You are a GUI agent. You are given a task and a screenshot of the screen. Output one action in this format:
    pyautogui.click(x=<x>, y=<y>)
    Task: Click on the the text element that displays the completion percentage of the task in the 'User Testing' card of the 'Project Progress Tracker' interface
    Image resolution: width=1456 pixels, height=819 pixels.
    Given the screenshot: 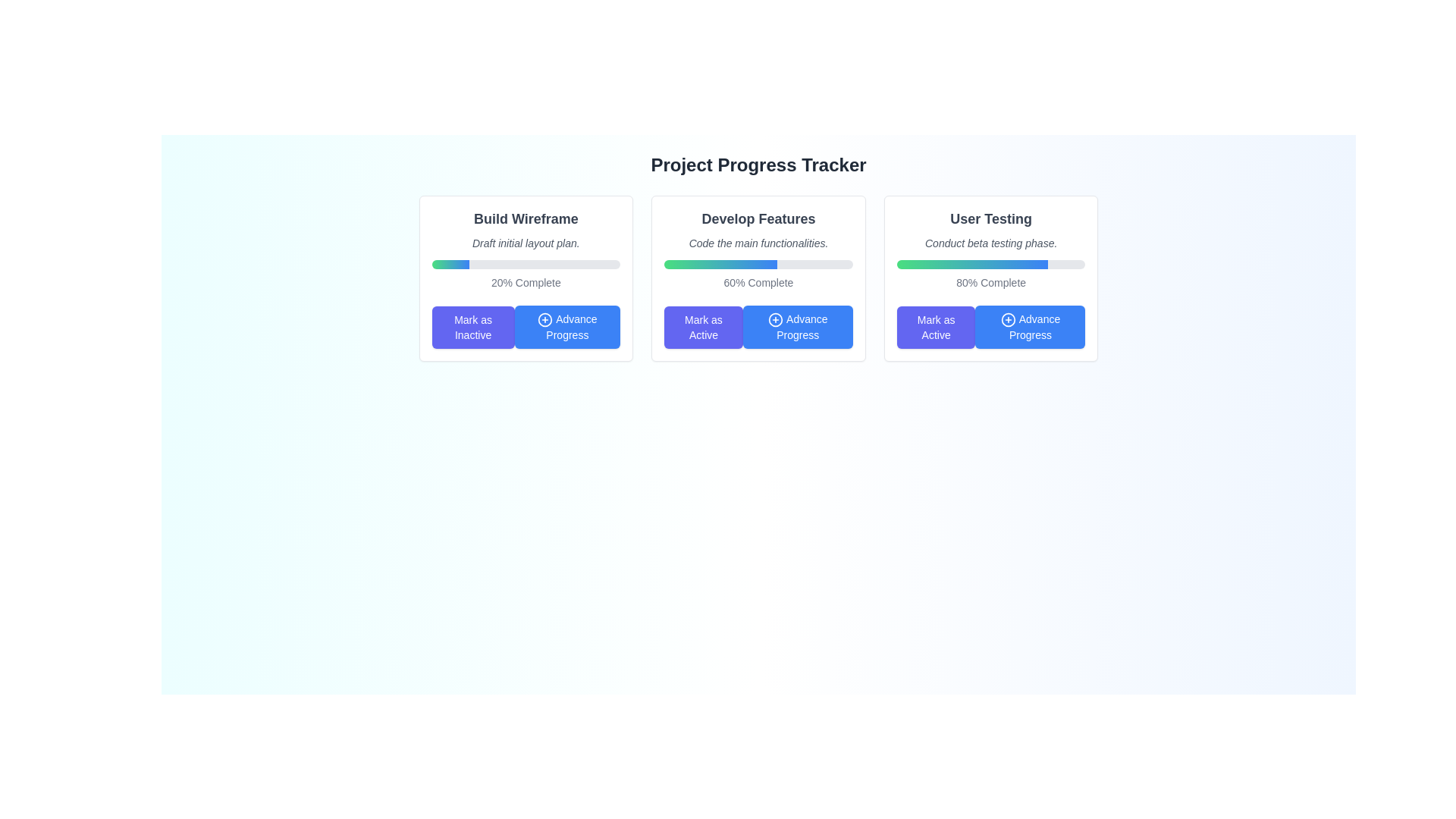 What is the action you would take?
    pyautogui.click(x=991, y=283)
    